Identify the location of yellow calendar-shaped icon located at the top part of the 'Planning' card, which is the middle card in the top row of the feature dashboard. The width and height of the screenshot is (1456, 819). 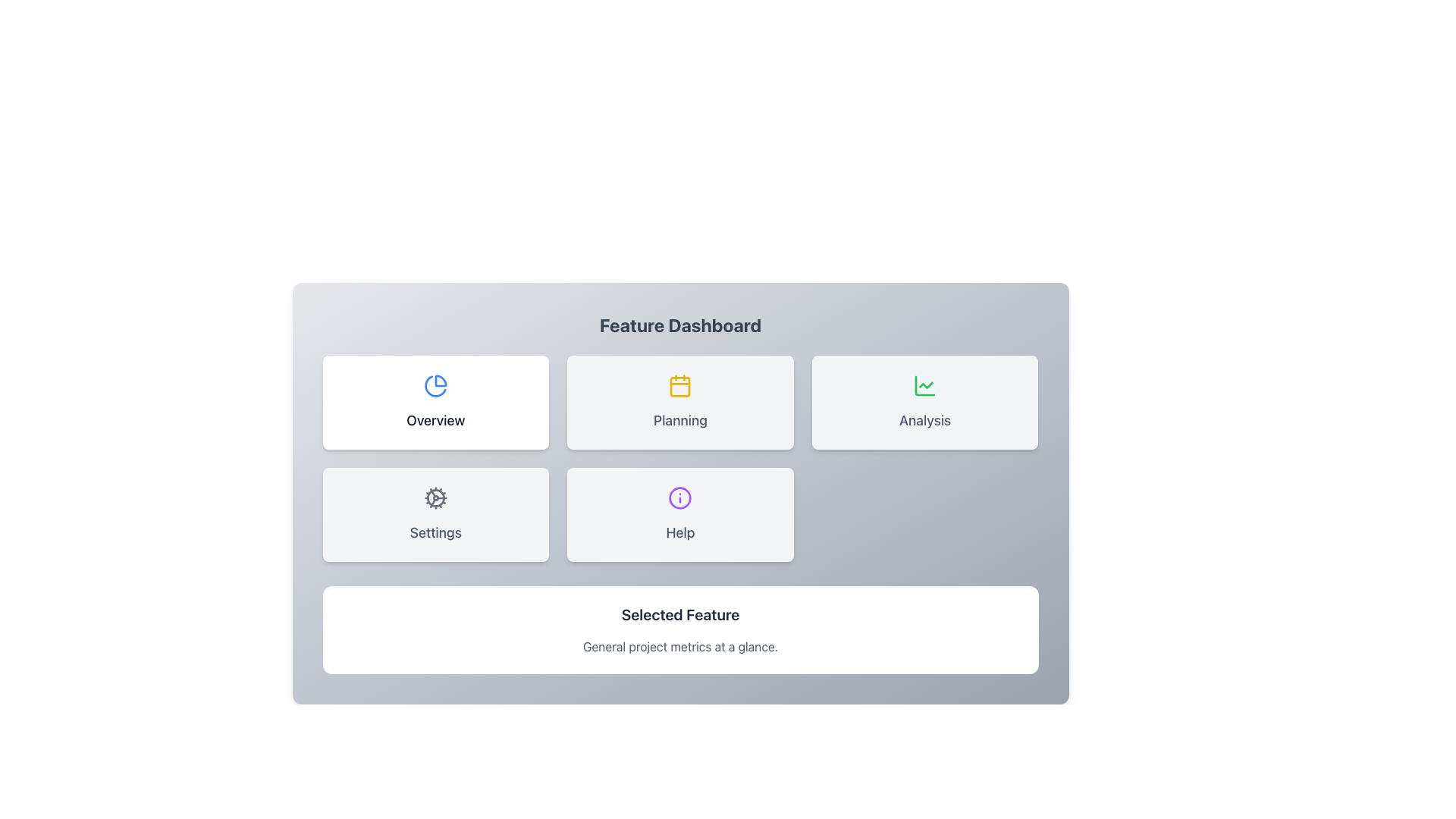
(679, 385).